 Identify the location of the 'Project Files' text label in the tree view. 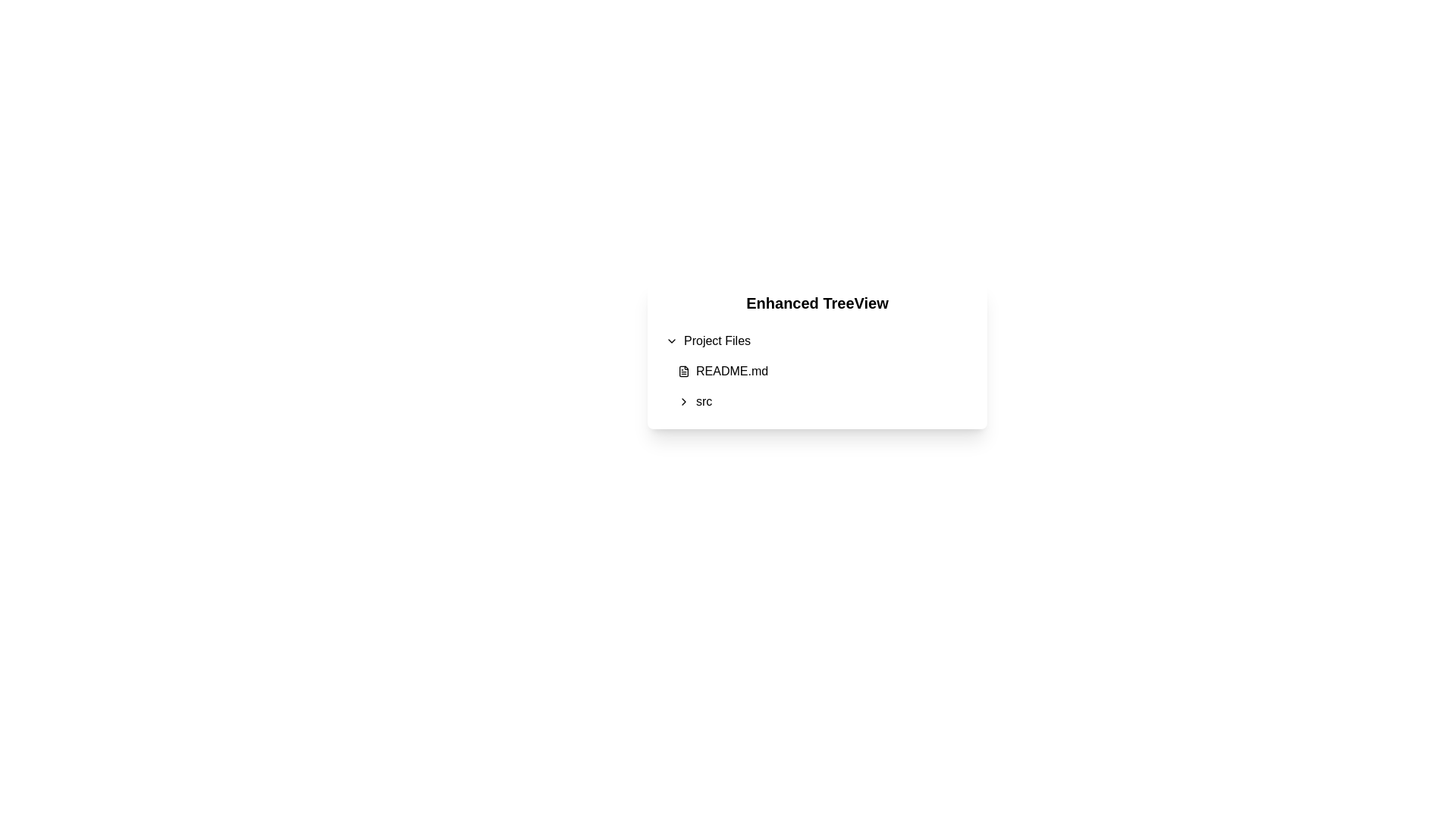
(716, 341).